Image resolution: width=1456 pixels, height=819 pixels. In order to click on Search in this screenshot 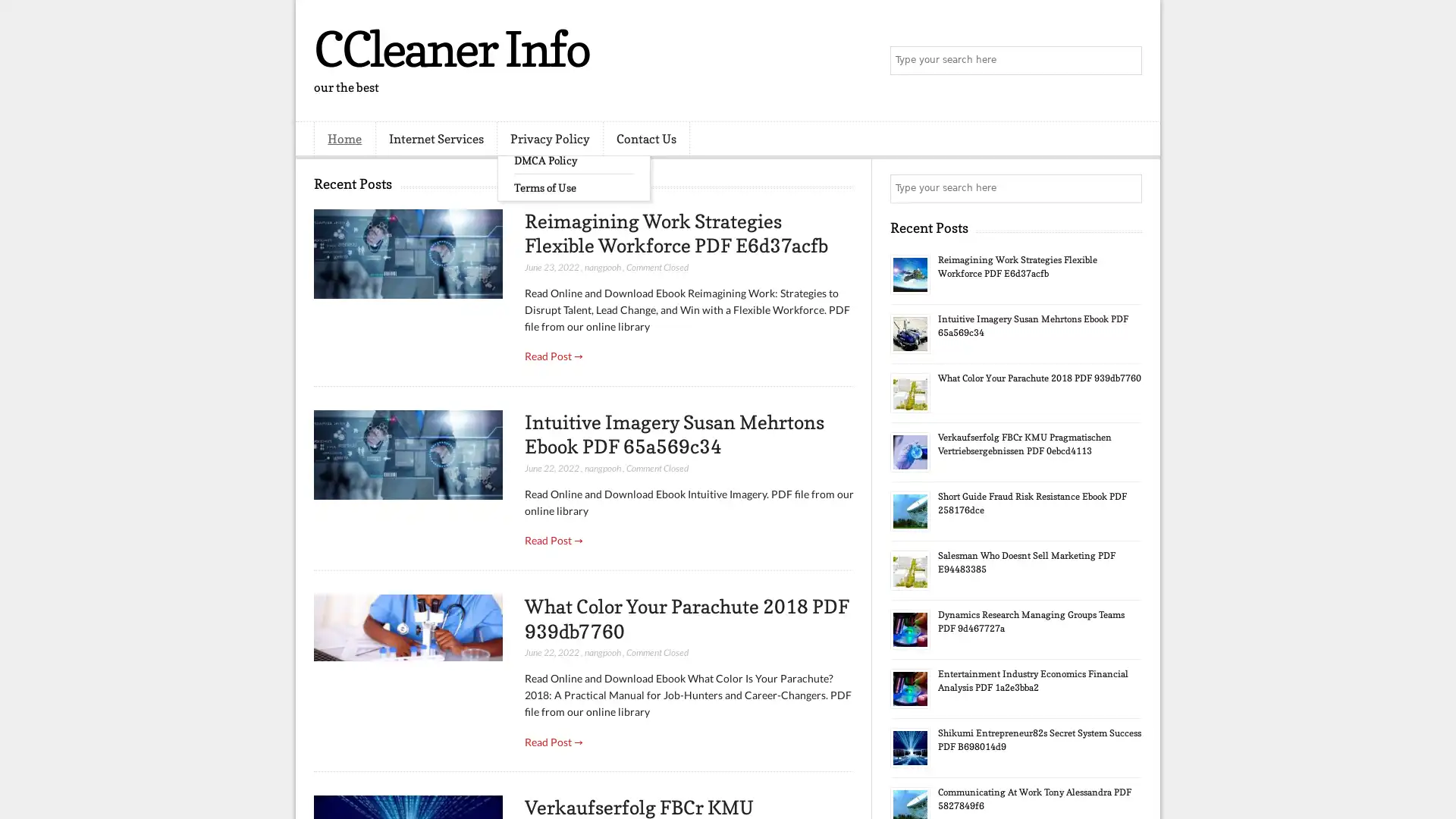, I will do `click(1126, 188)`.